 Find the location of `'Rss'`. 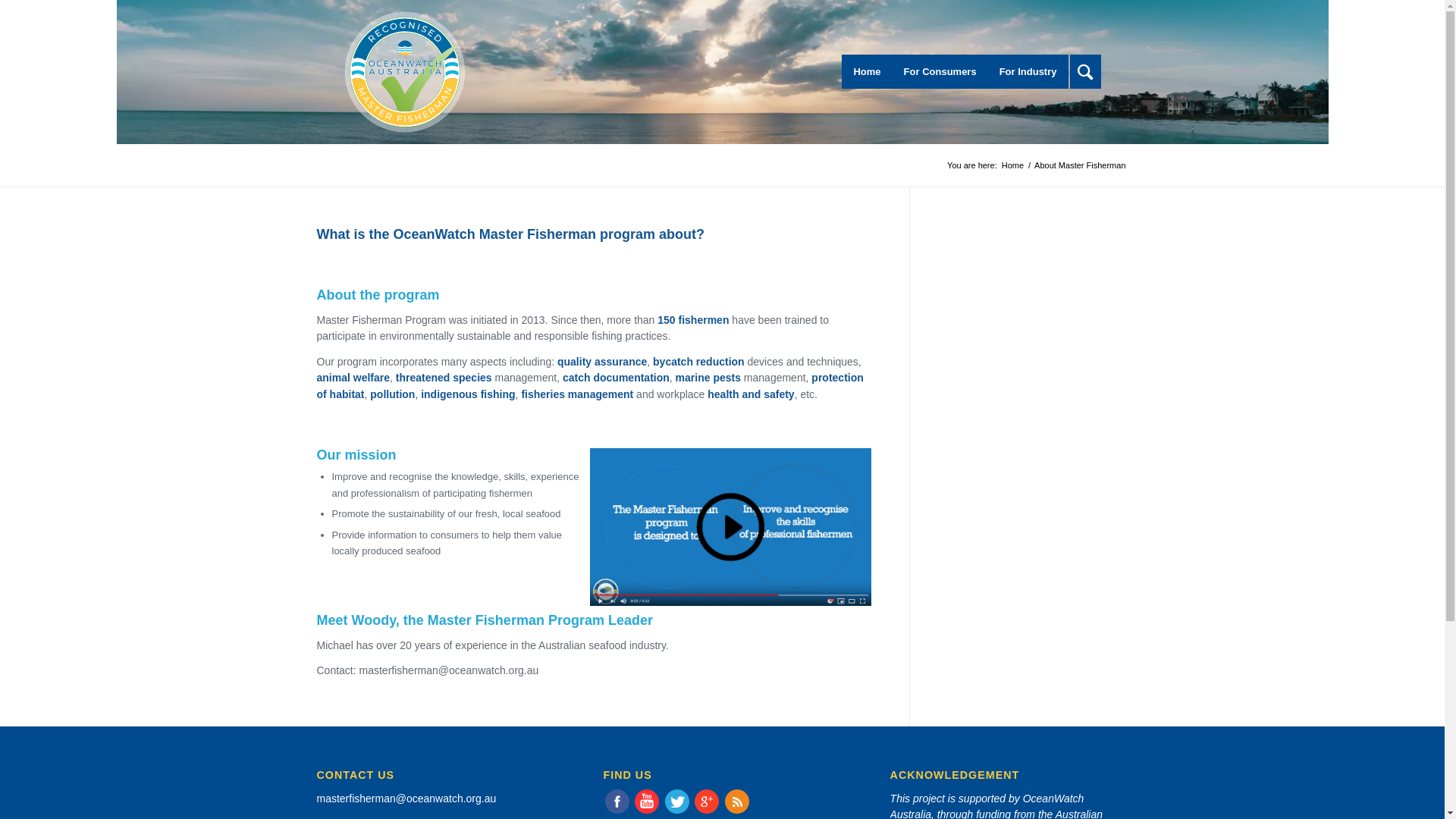

'Rss' is located at coordinates (723, 811).